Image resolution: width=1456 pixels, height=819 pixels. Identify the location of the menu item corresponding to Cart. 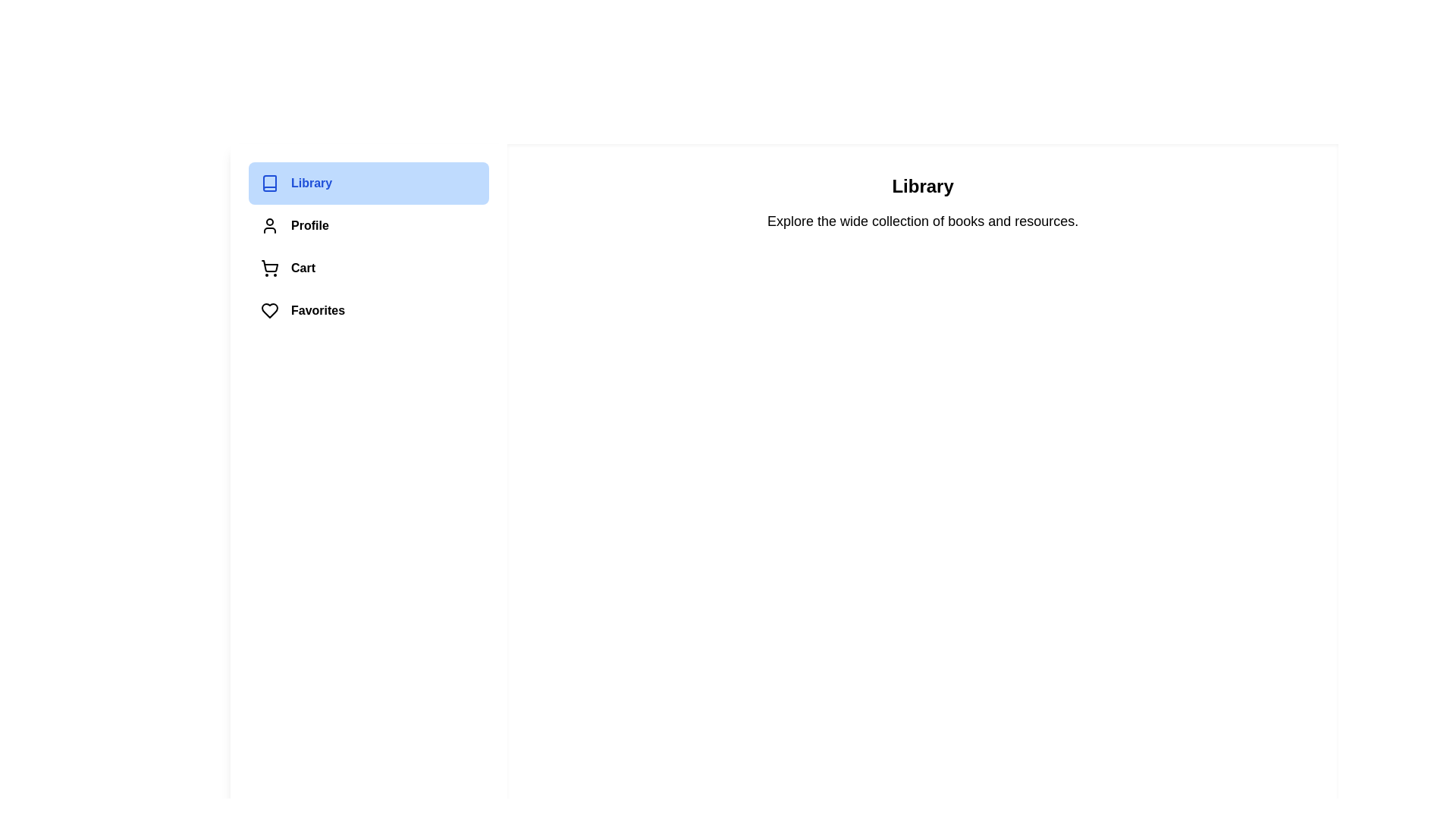
(369, 268).